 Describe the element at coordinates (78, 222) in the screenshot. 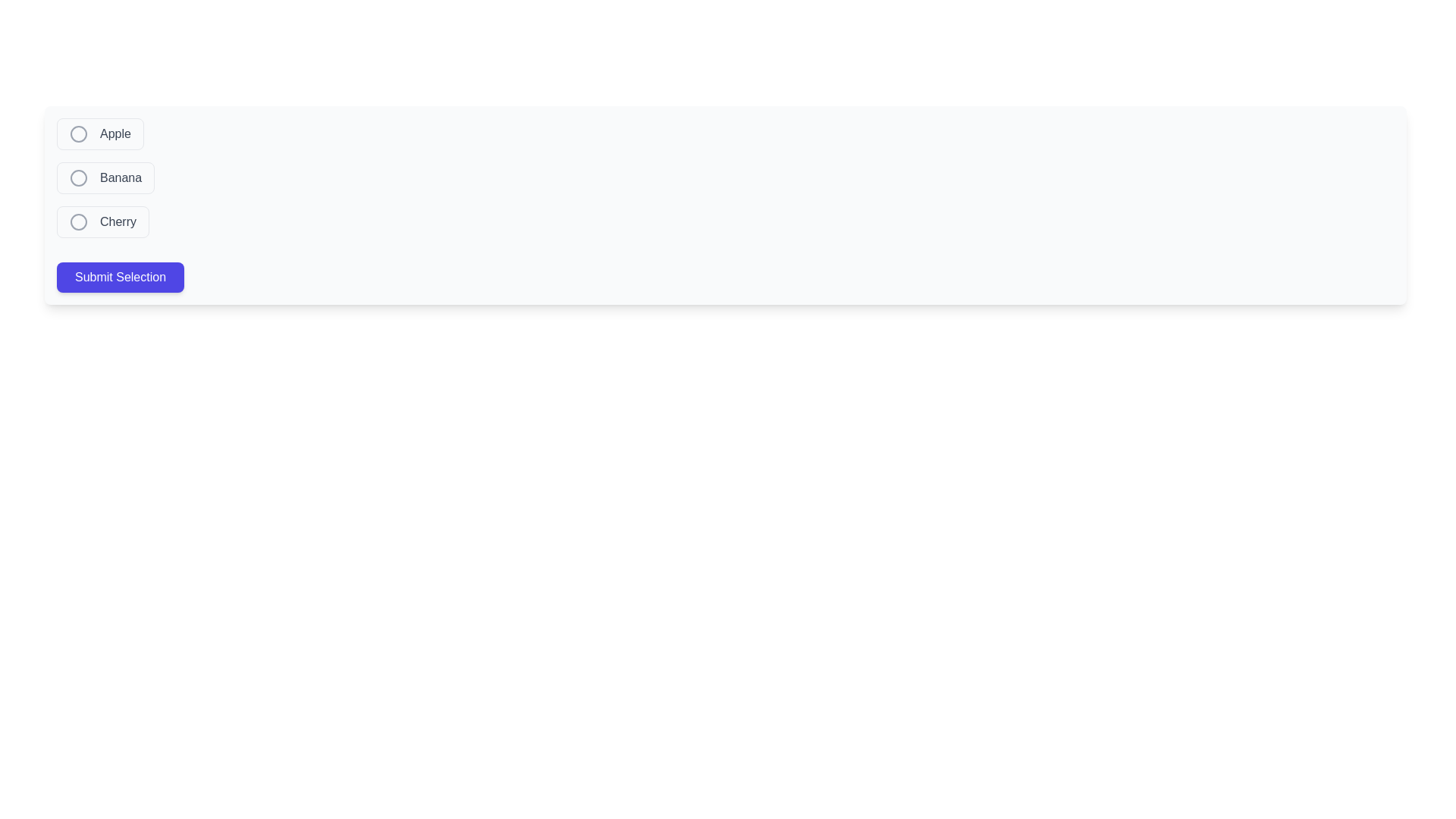

I see `the radio button indicator next to the label 'Cherry'` at that location.